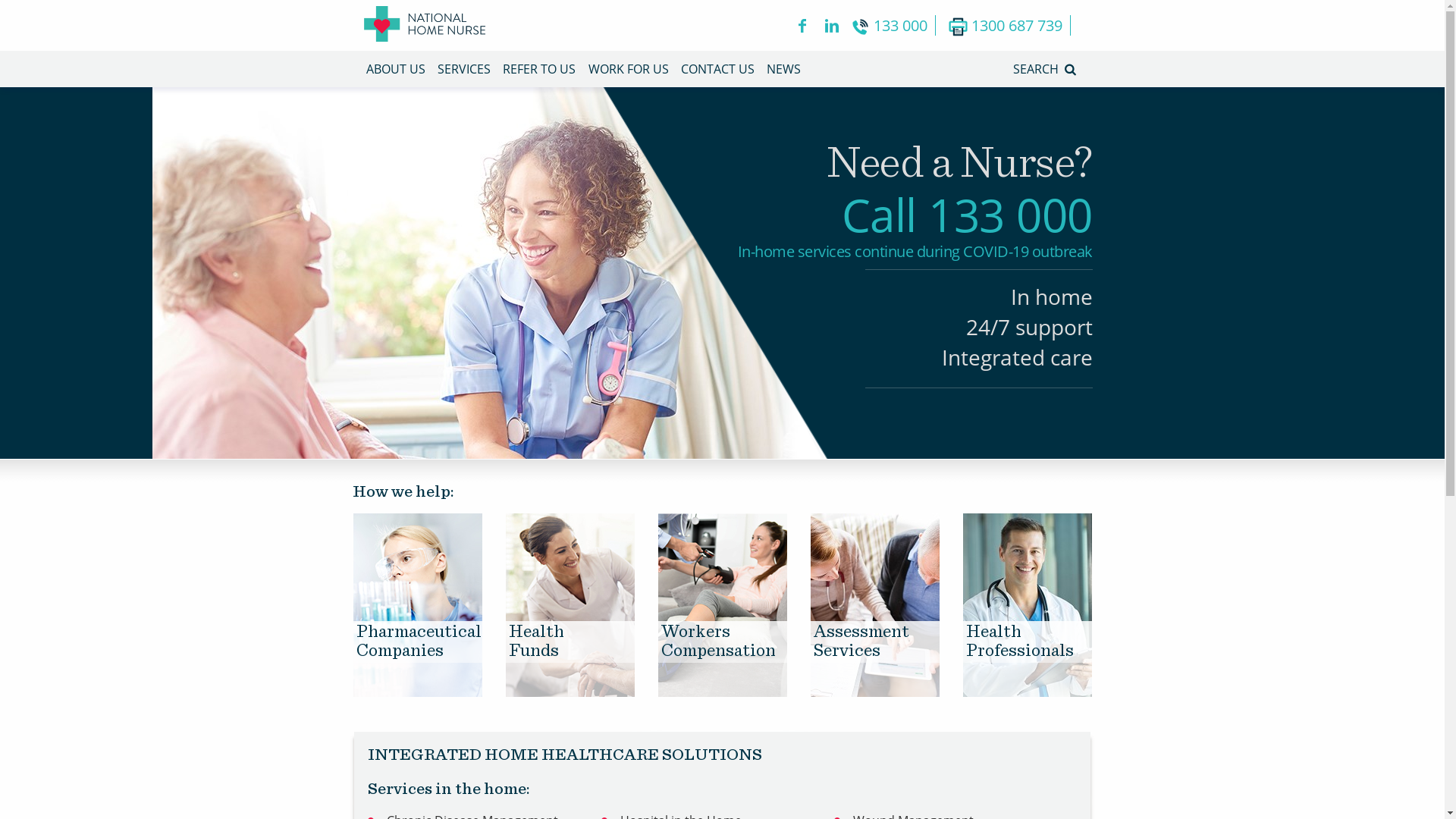  What do you see at coordinates (425, 25) in the screenshot?
I see `'National Home Nurse'` at bounding box center [425, 25].